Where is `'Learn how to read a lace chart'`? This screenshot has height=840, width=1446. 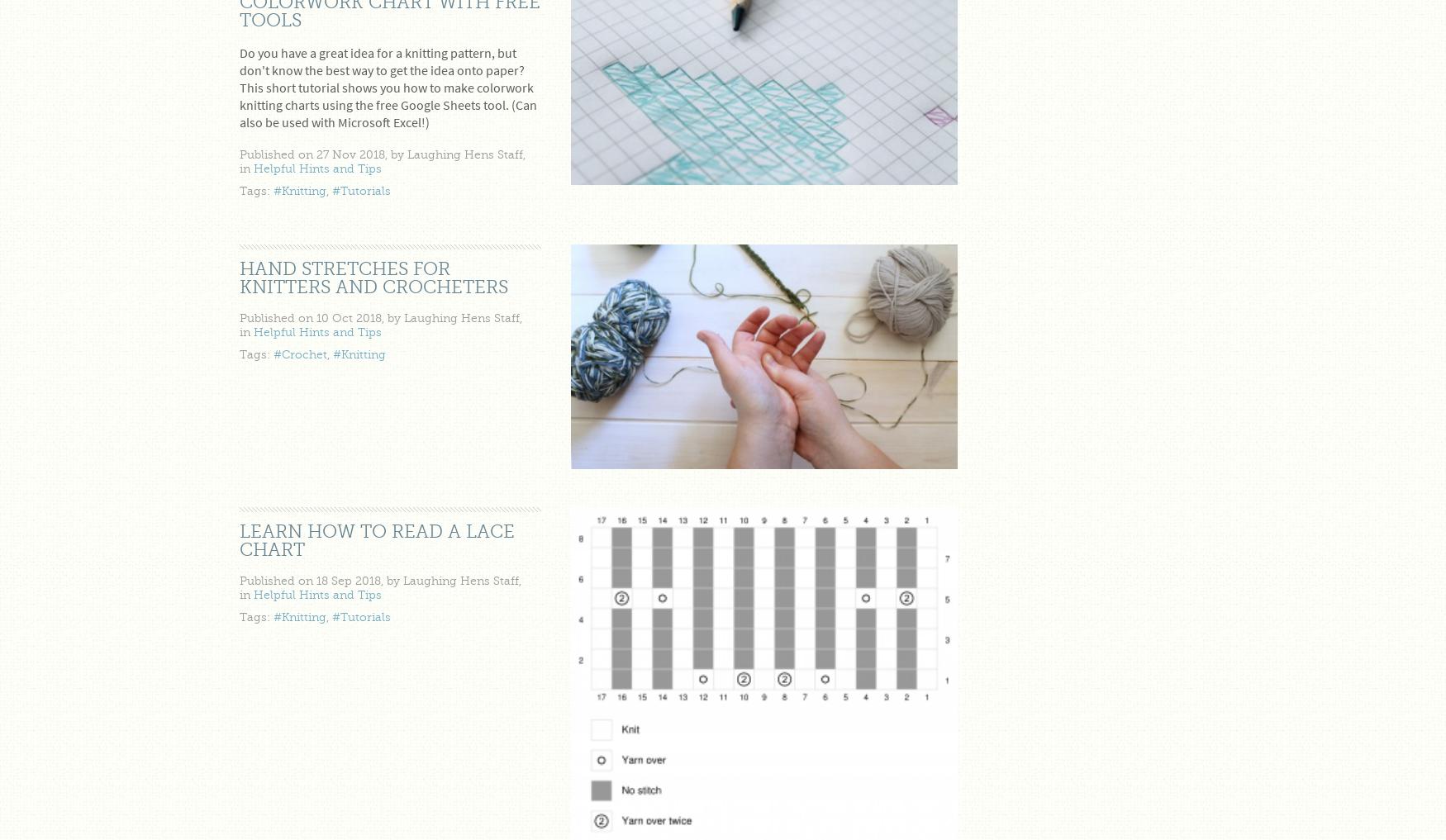 'Learn how to read a lace chart' is located at coordinates (238, 539).